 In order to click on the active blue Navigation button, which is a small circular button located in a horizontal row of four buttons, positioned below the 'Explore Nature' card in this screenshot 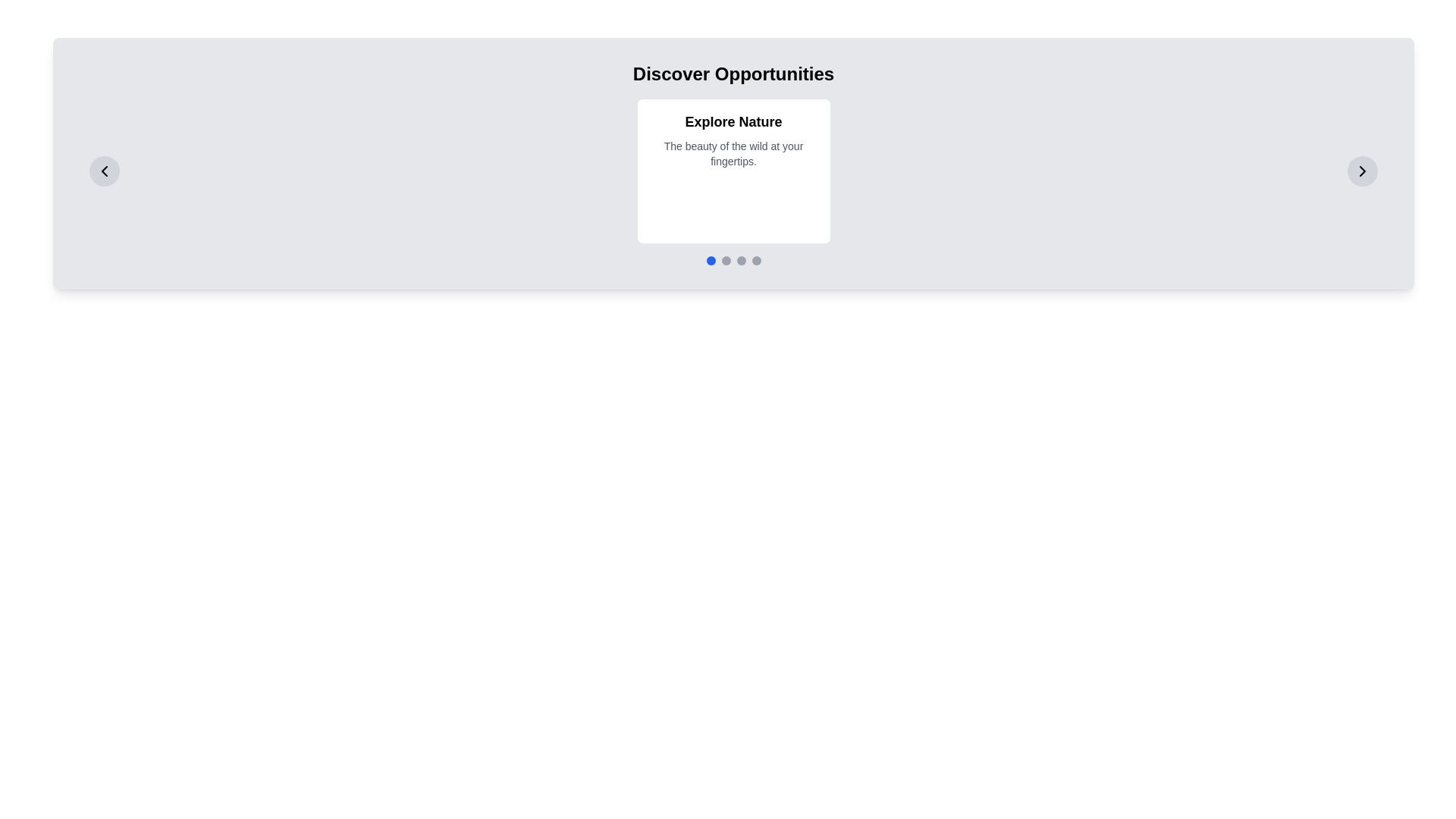, I will do `click(710, 259)`.